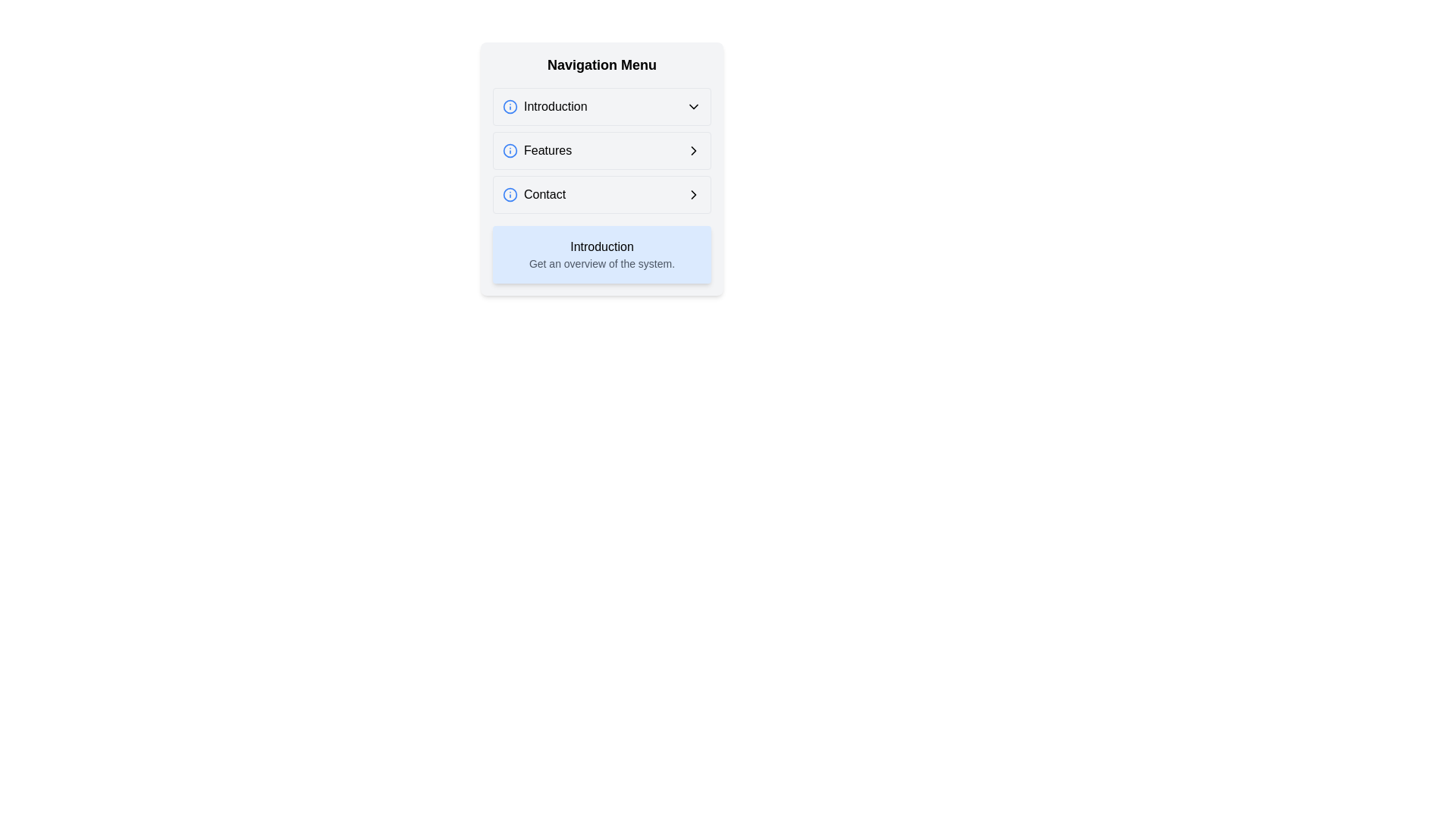 The height and width of the screenshot is (819, 1456). Describe the element at coordinates (547, 151) in the screenshot. I see `the 'Features' text label in the navigation menu` at that location.